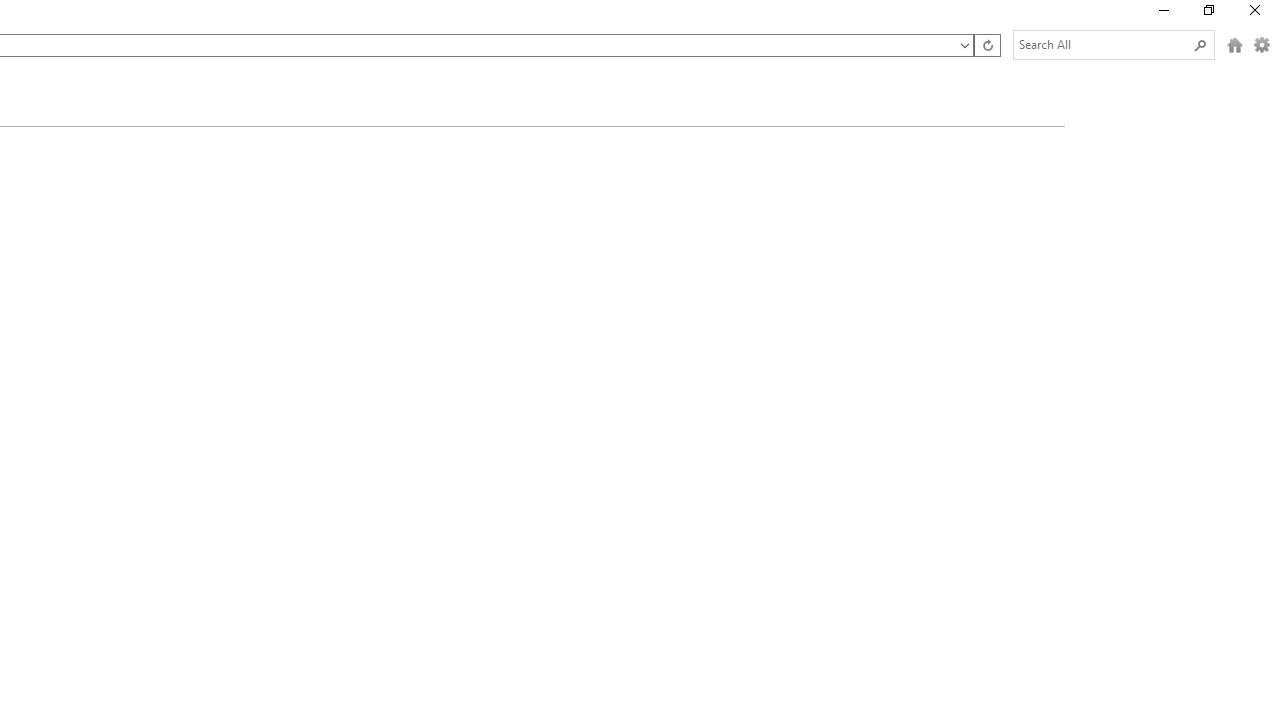 The height and width of the screenshot is (720, 1280). Describe the element at coordinates (987, 45) in the screenshot. I see `'Refresh button'` at that location.